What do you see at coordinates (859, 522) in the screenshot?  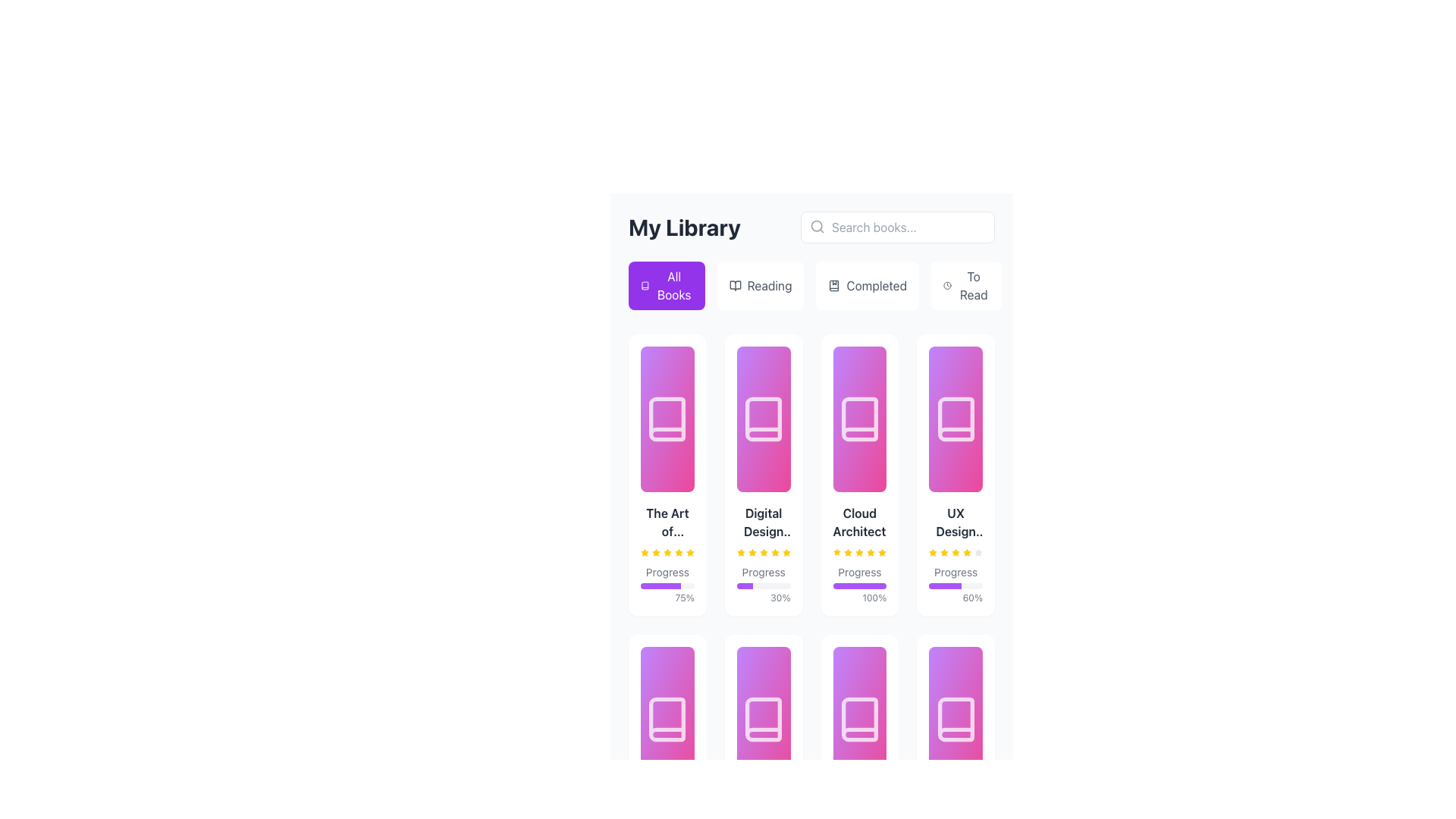 I see `the Text label that serves as the title for the card, located at the top center above yellow stars and a progress bar labeled '100%.'` at bounding box center [859, 522].